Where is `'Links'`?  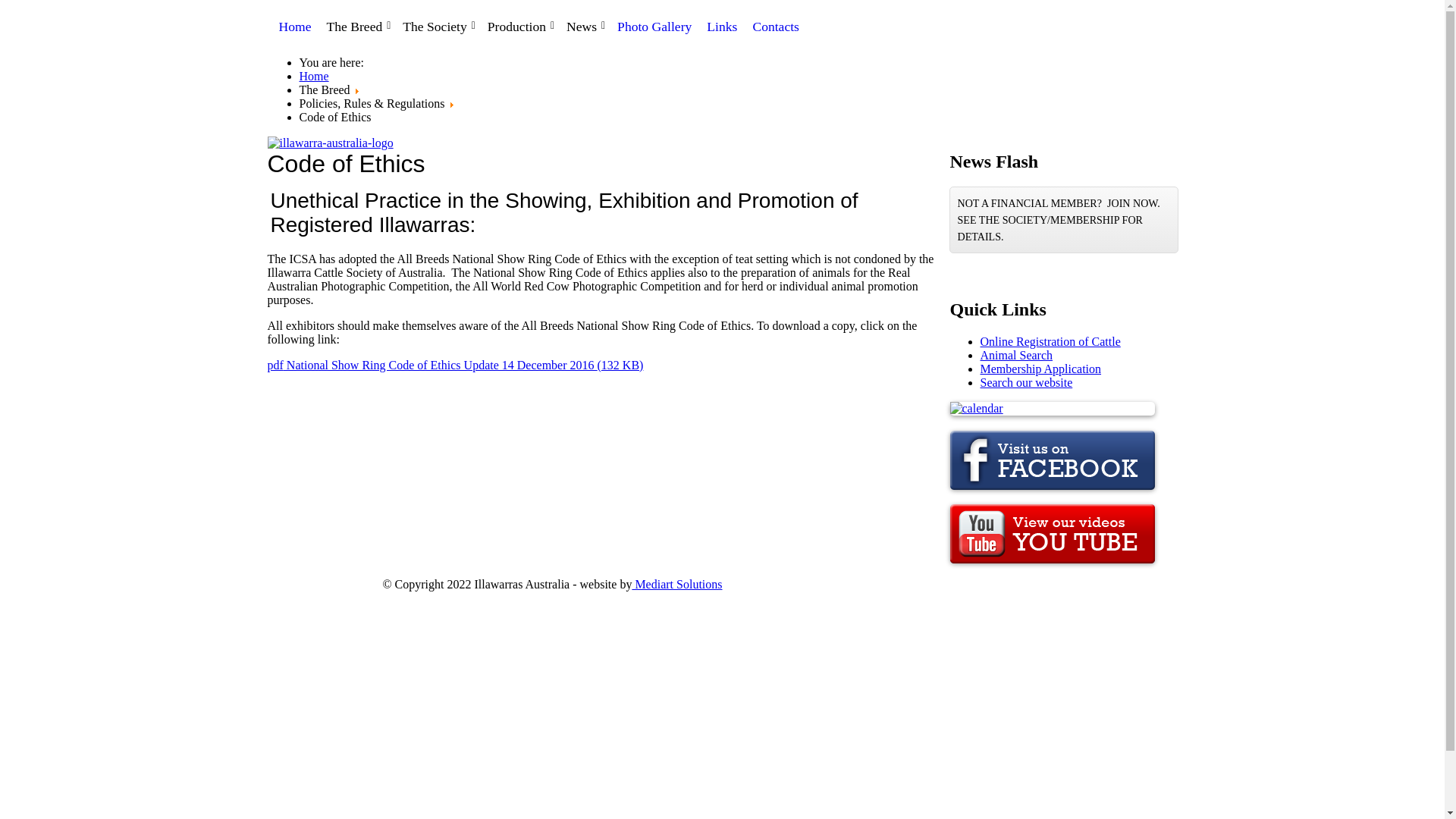 'Links' is located at coordinates (724, 25).